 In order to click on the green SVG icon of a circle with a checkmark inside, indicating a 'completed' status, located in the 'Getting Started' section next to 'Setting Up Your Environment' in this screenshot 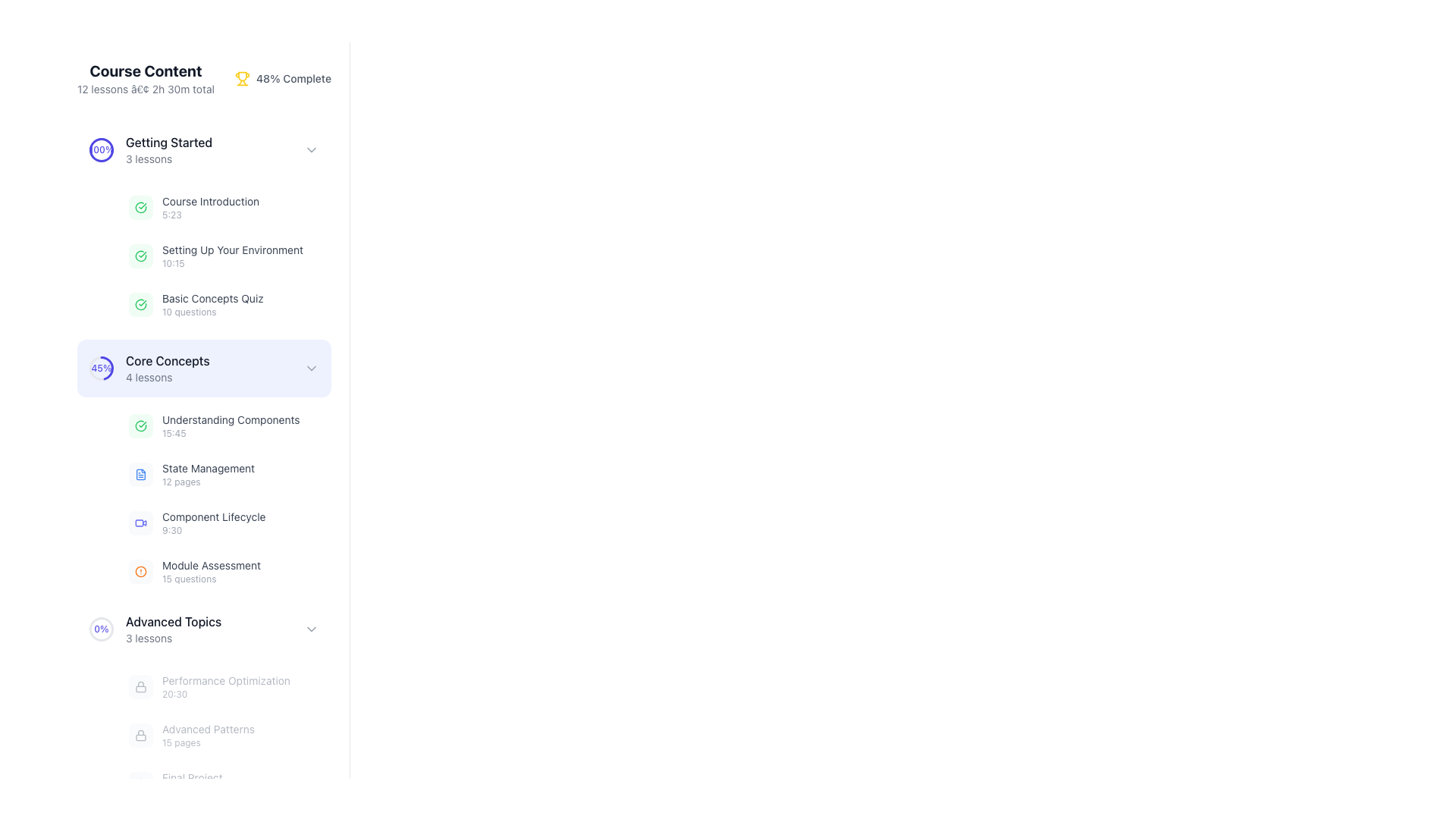, I will do `click(141, 207)`.